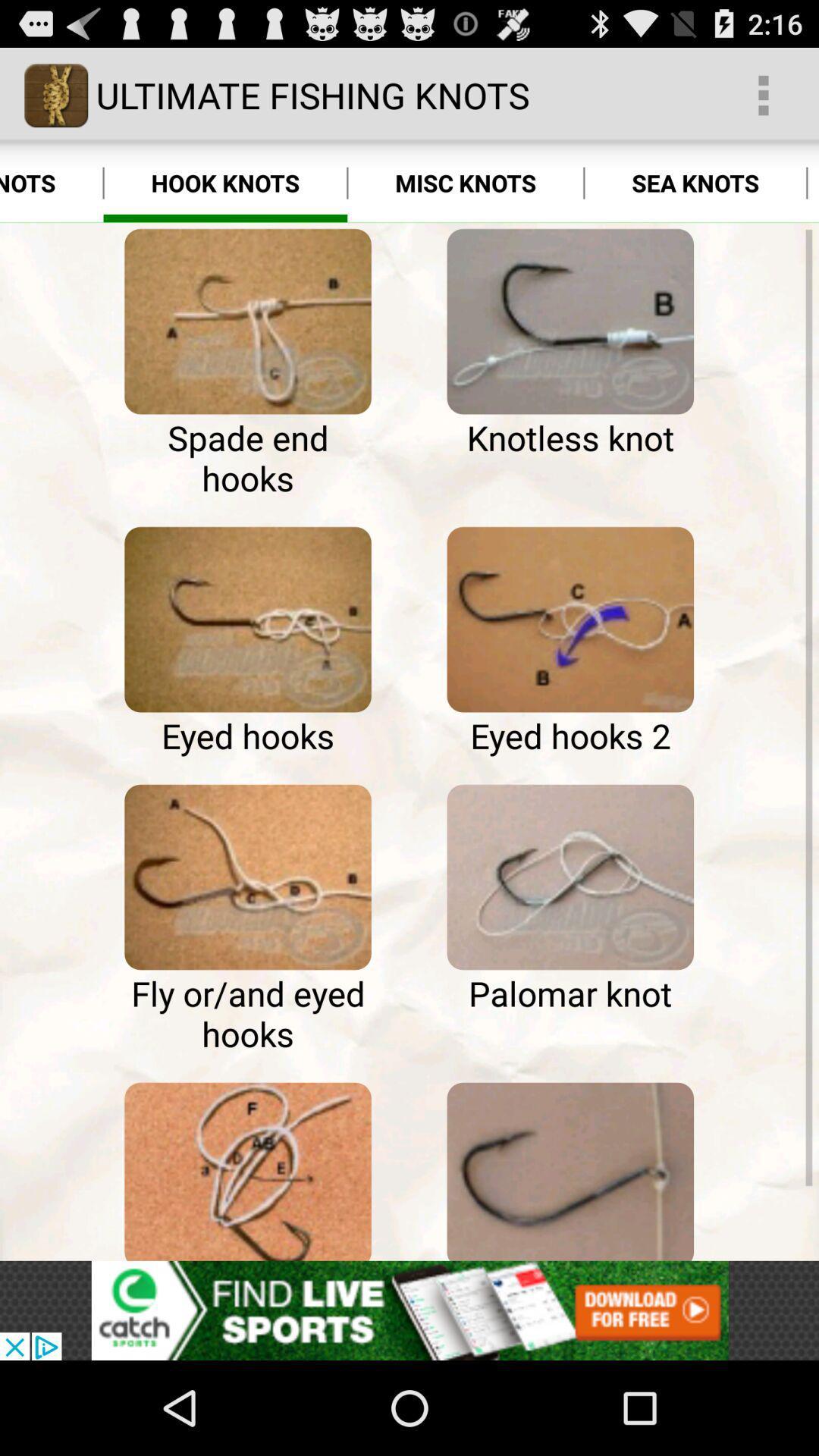 This screenshot has width=819, height=1456. Describe the element at coordinates (247, 620) in the screenshot. I see `google search` at that location.